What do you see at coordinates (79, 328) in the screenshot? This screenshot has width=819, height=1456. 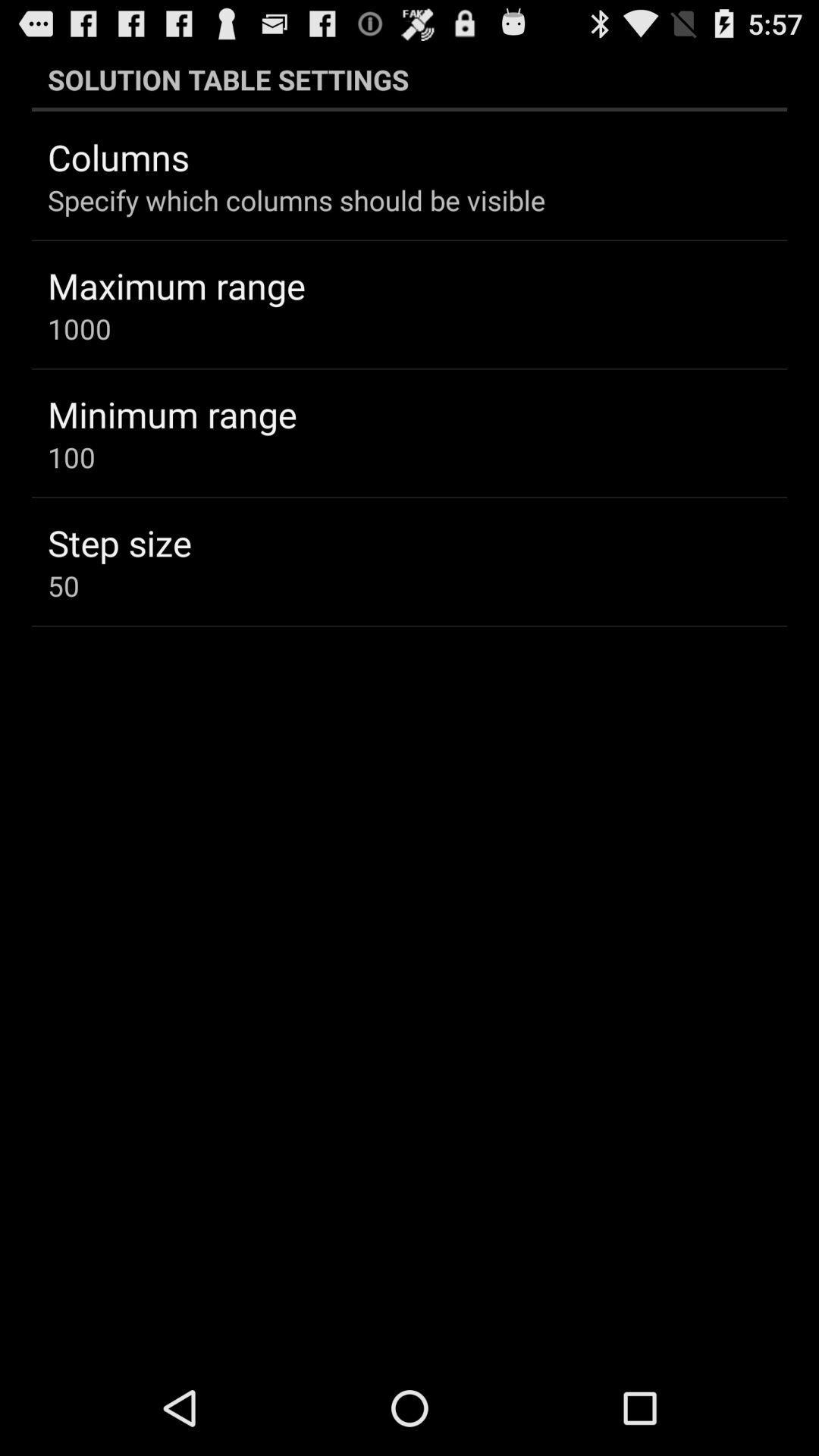 I see `the app below the maximum range icon` at bounding box center [79, 328].